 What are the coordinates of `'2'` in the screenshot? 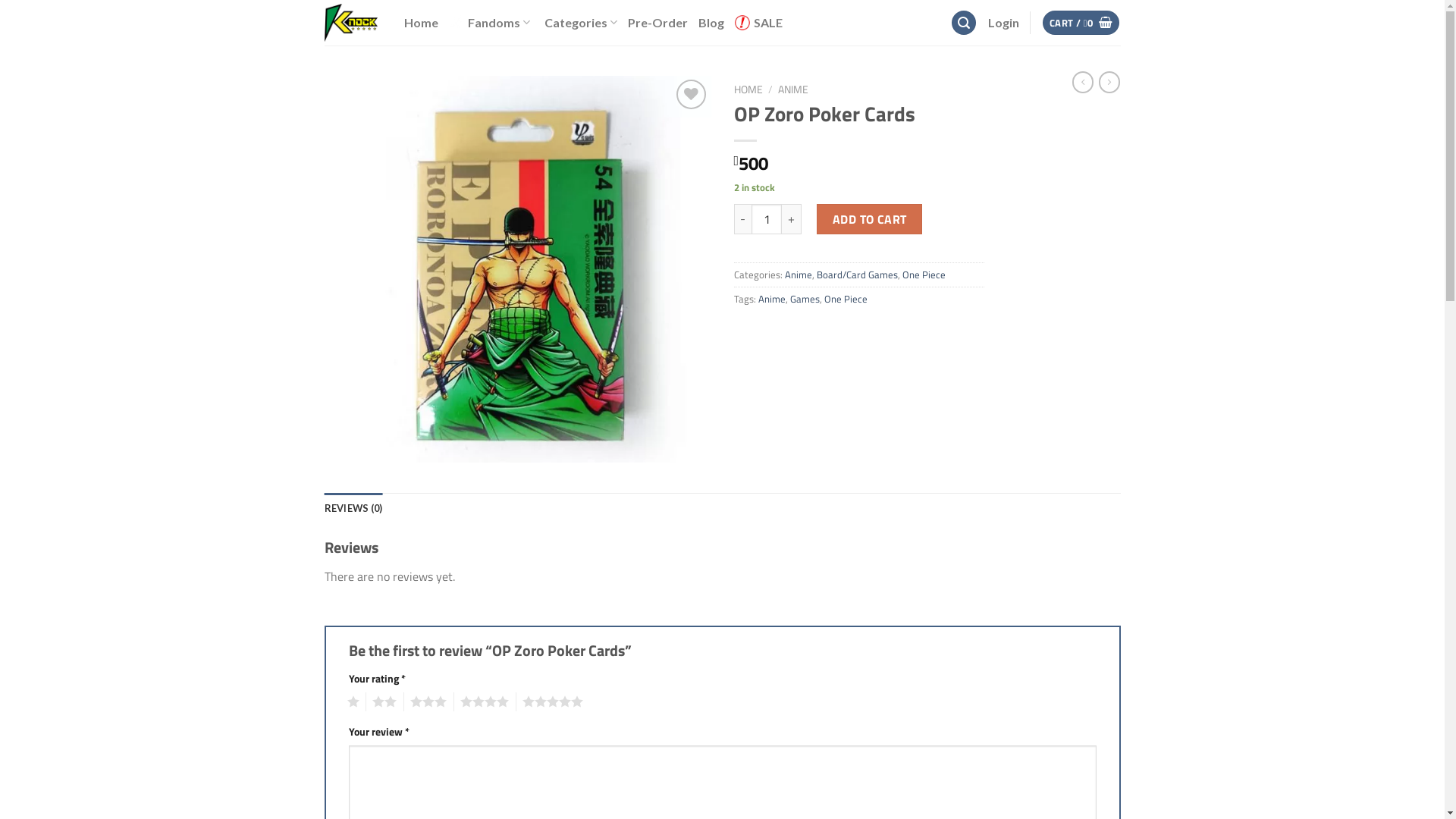 It's located at (365, 701).